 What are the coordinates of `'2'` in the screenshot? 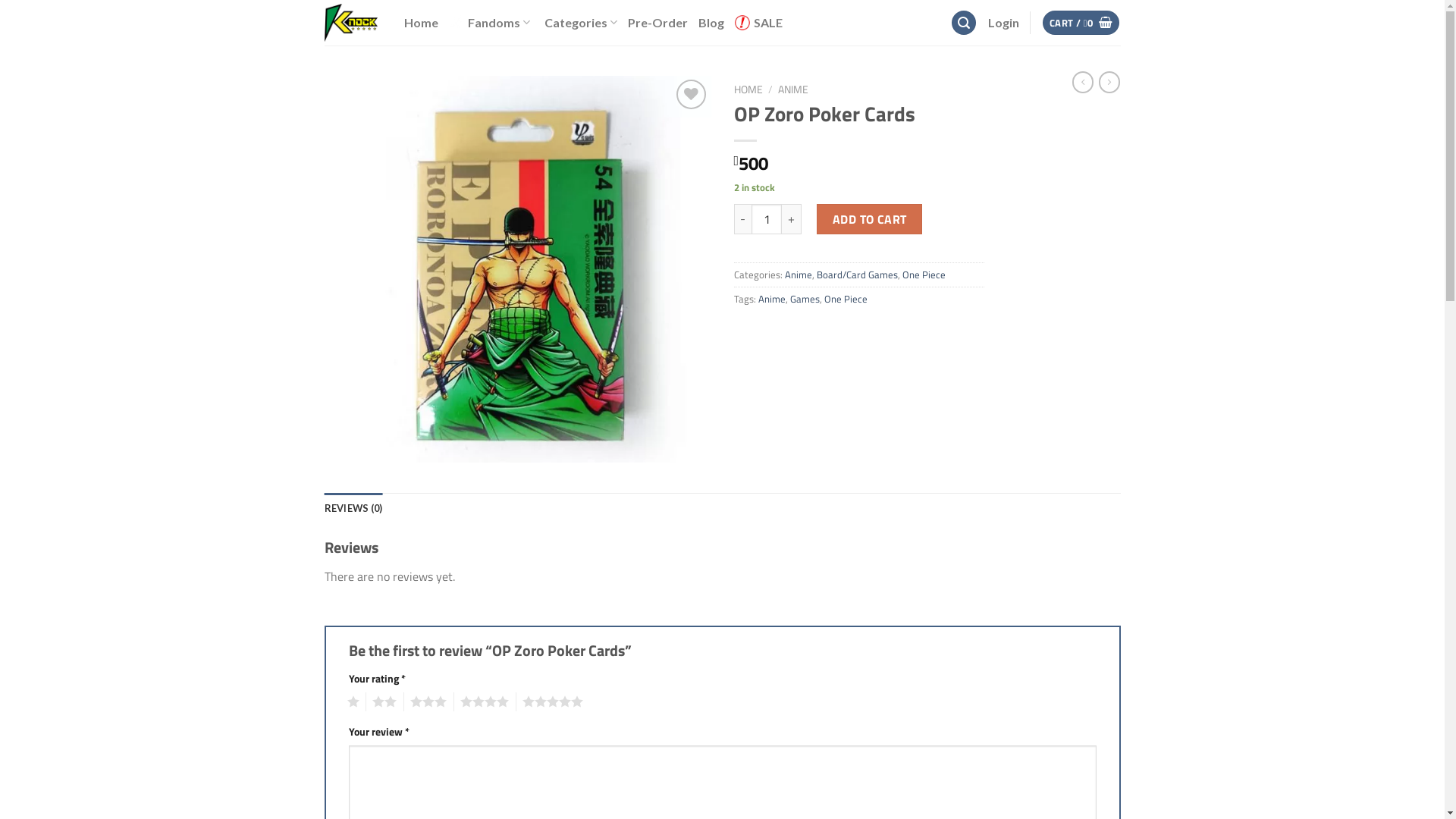 It's located at (365, 701).